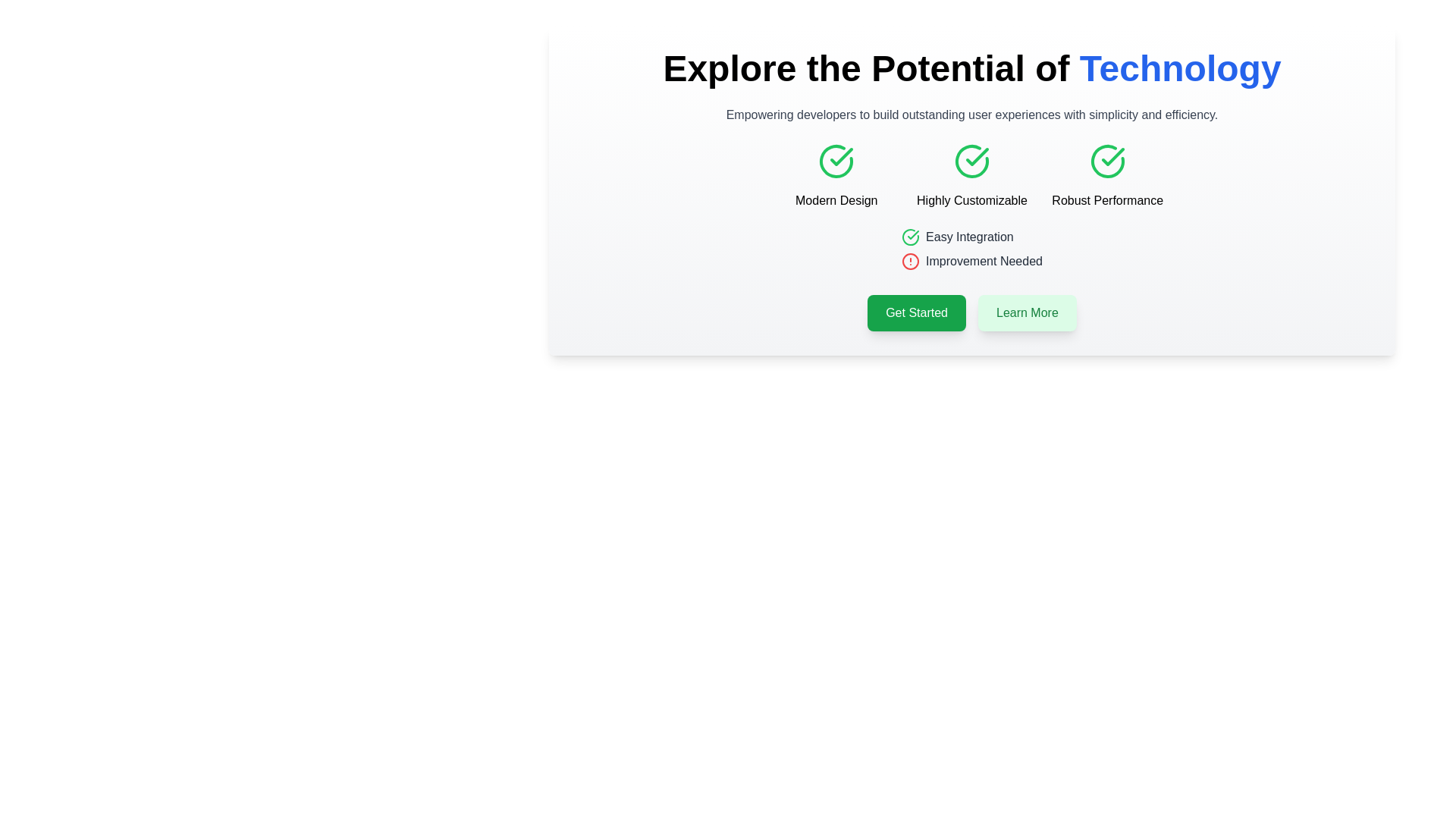 The height and width of the screenshot is (819, 1456). Describe the element at coordinates (977, 157) in the screenshot. I see `the decorative checkmark graphic that symbolizes a successful state, located within the circular icon corresponding to the 'Highly Customizable' label` at that location.